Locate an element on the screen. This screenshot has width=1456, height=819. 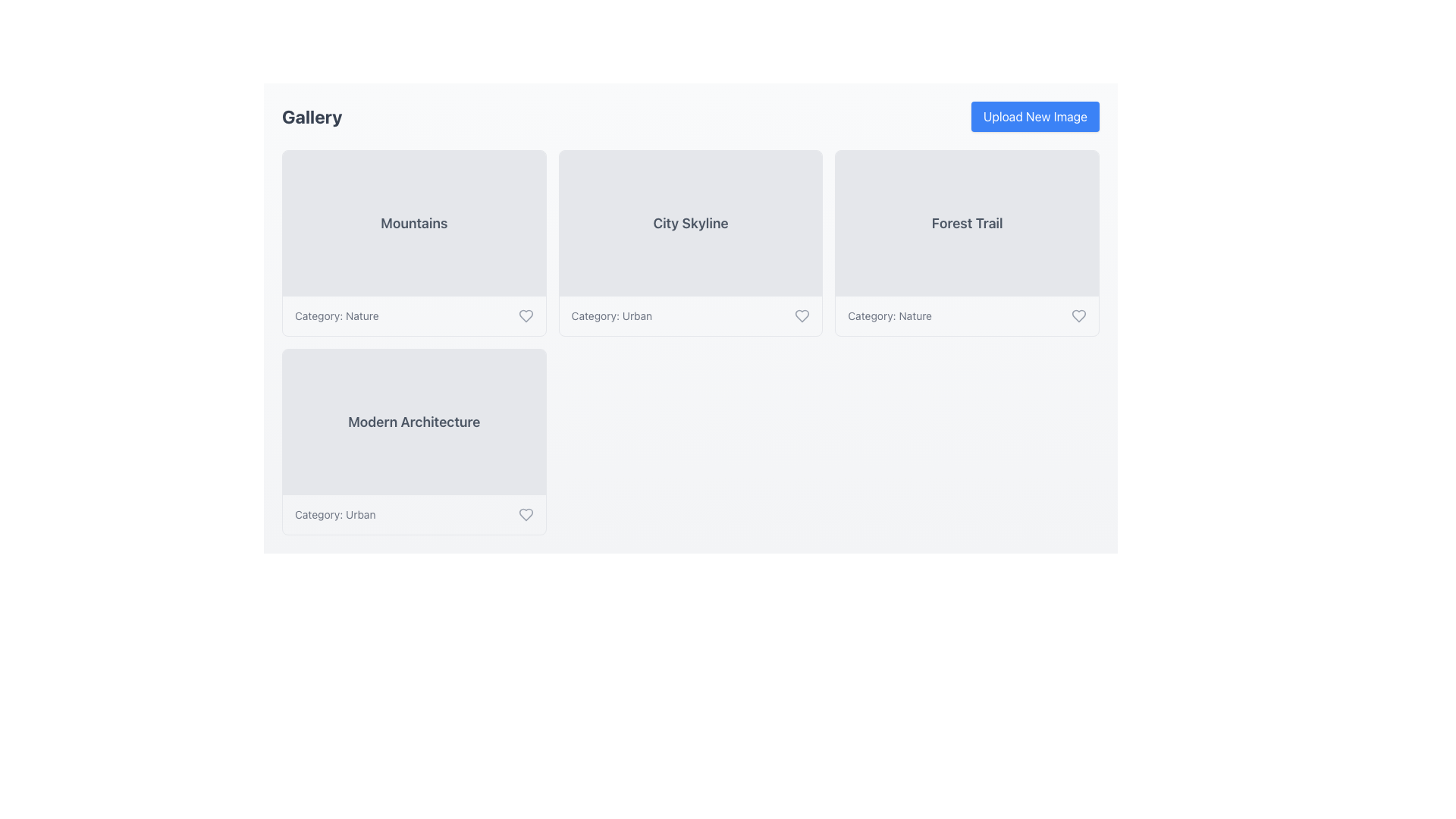
the heart-shaped icon outlined in gray, located next to the text 'Category: Urban', to observe its color change to red is located at coordinates (526, 513).